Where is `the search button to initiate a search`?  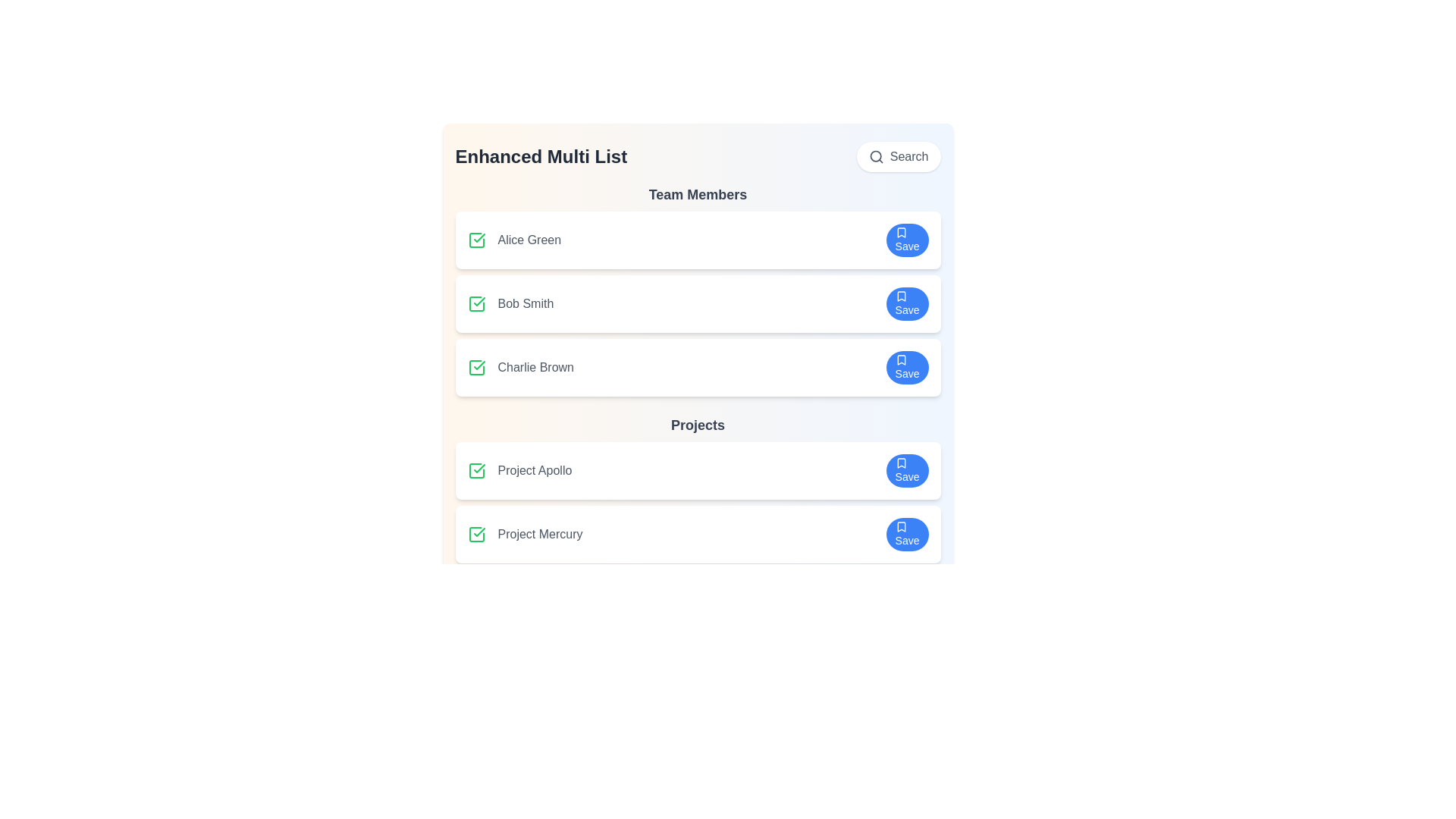 the search button to initiate a search is located at coordinates (899, 157).